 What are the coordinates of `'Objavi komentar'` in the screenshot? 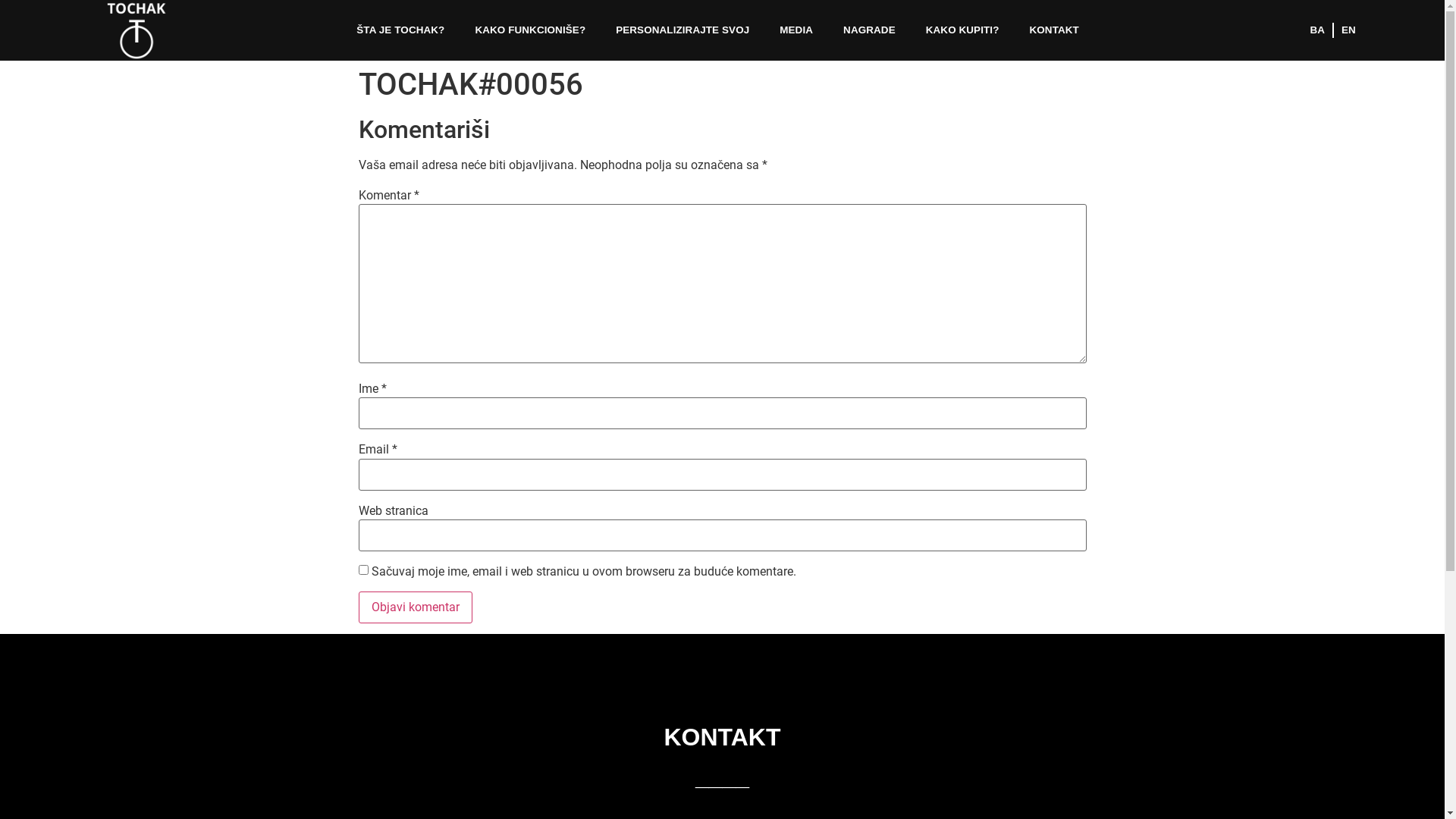 It's located at (356, 607).